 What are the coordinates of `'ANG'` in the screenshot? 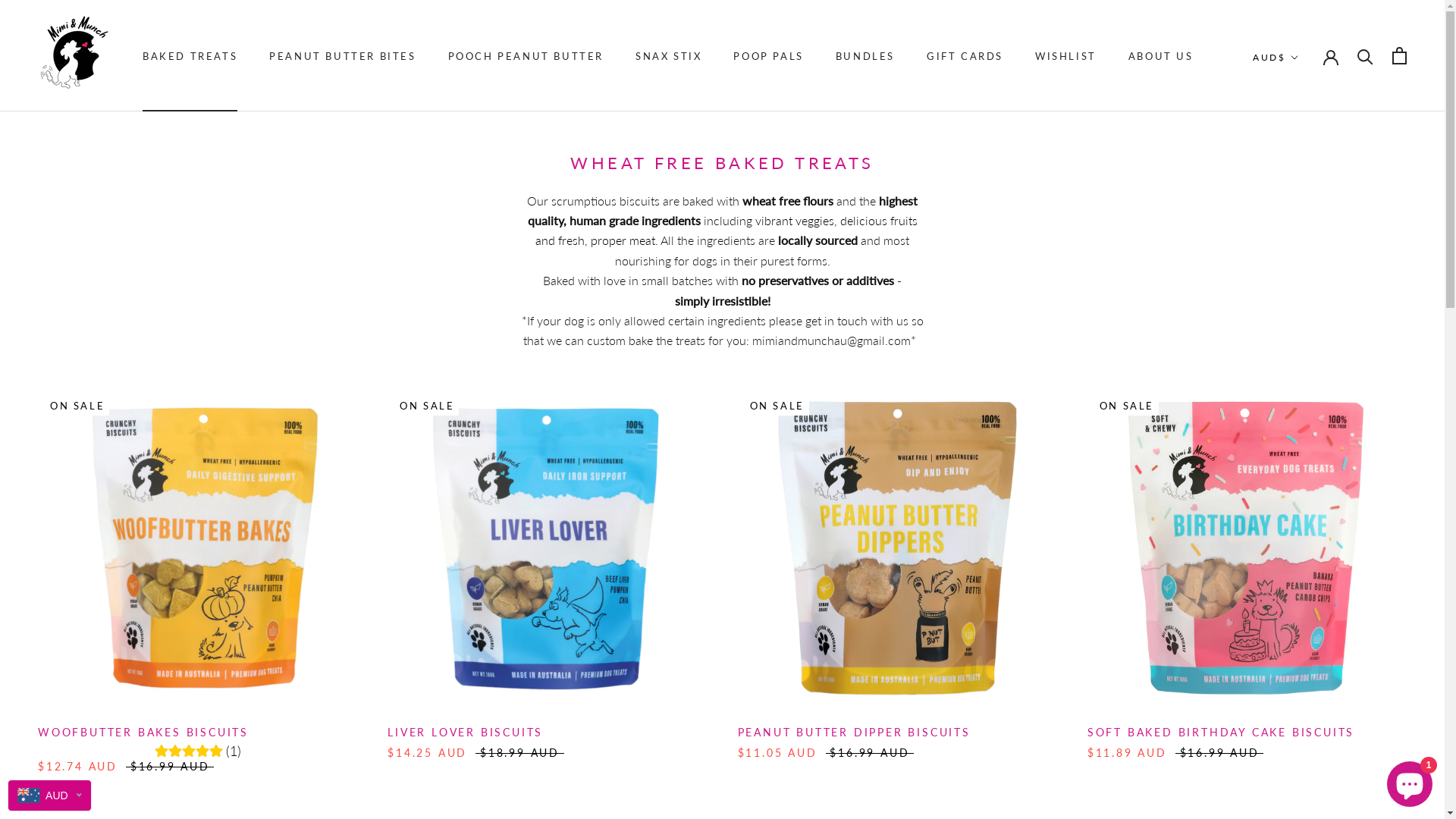 It's located at (1304, 180).